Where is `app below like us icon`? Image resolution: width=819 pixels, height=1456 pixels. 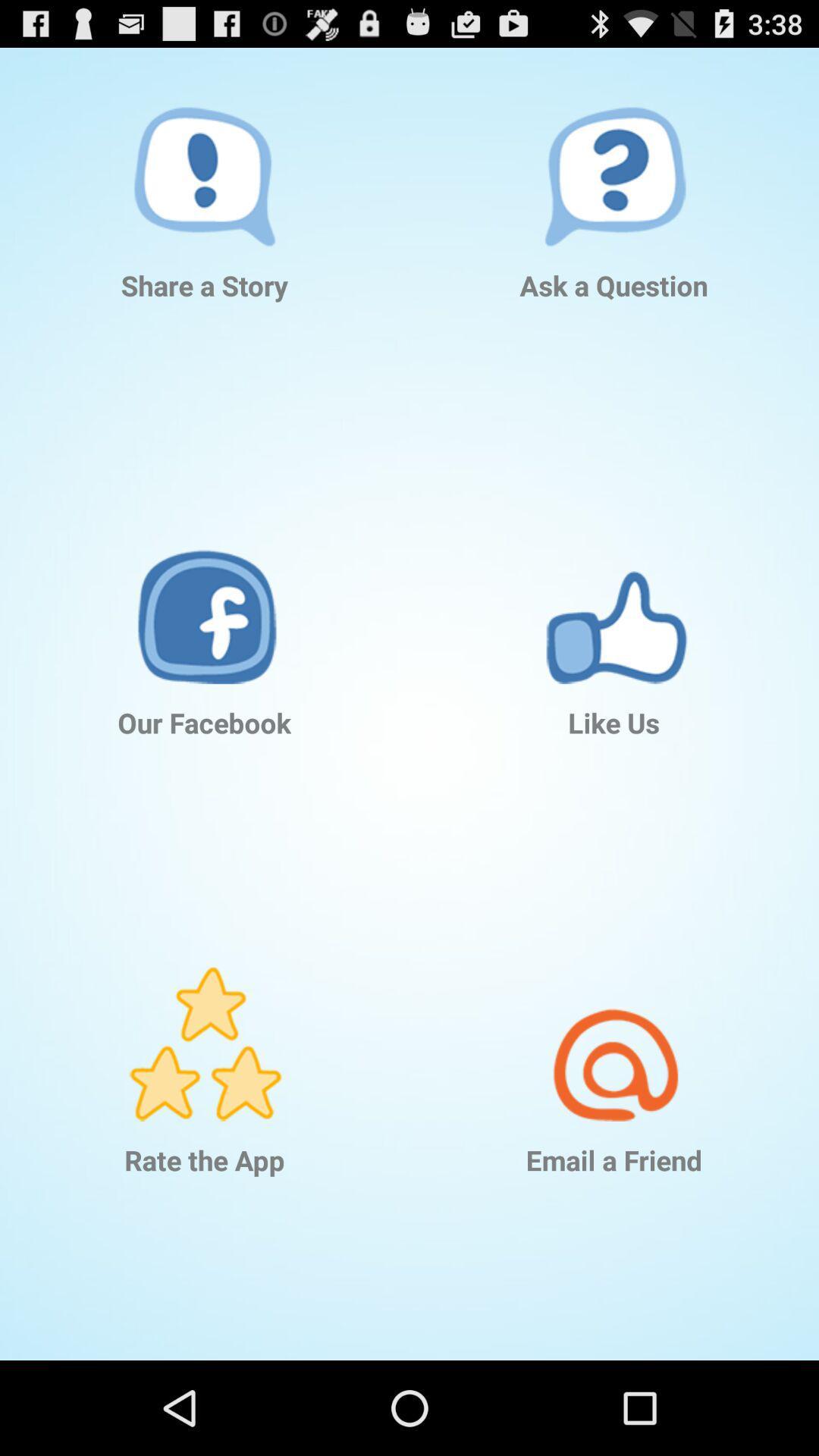
app below like us icon is located at coordinates (614, 1021).